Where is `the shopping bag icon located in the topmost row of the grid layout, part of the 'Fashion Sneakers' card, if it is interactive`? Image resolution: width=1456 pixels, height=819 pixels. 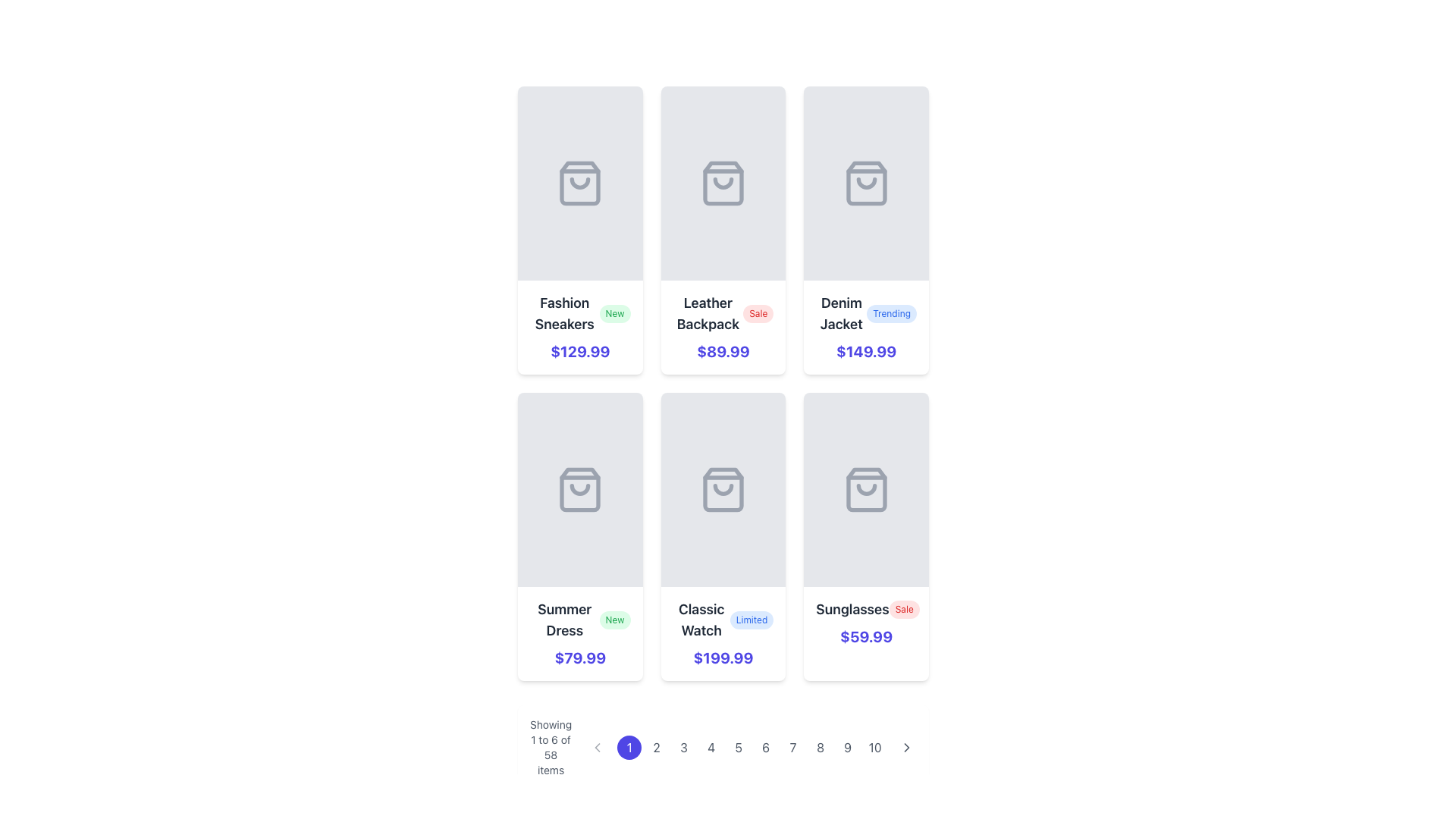
the shopping bag icon located in the topmost row of the grid layout, part of the 'Fashion Sneakers' card, if it is interactive is located at coordinates (579, 183).